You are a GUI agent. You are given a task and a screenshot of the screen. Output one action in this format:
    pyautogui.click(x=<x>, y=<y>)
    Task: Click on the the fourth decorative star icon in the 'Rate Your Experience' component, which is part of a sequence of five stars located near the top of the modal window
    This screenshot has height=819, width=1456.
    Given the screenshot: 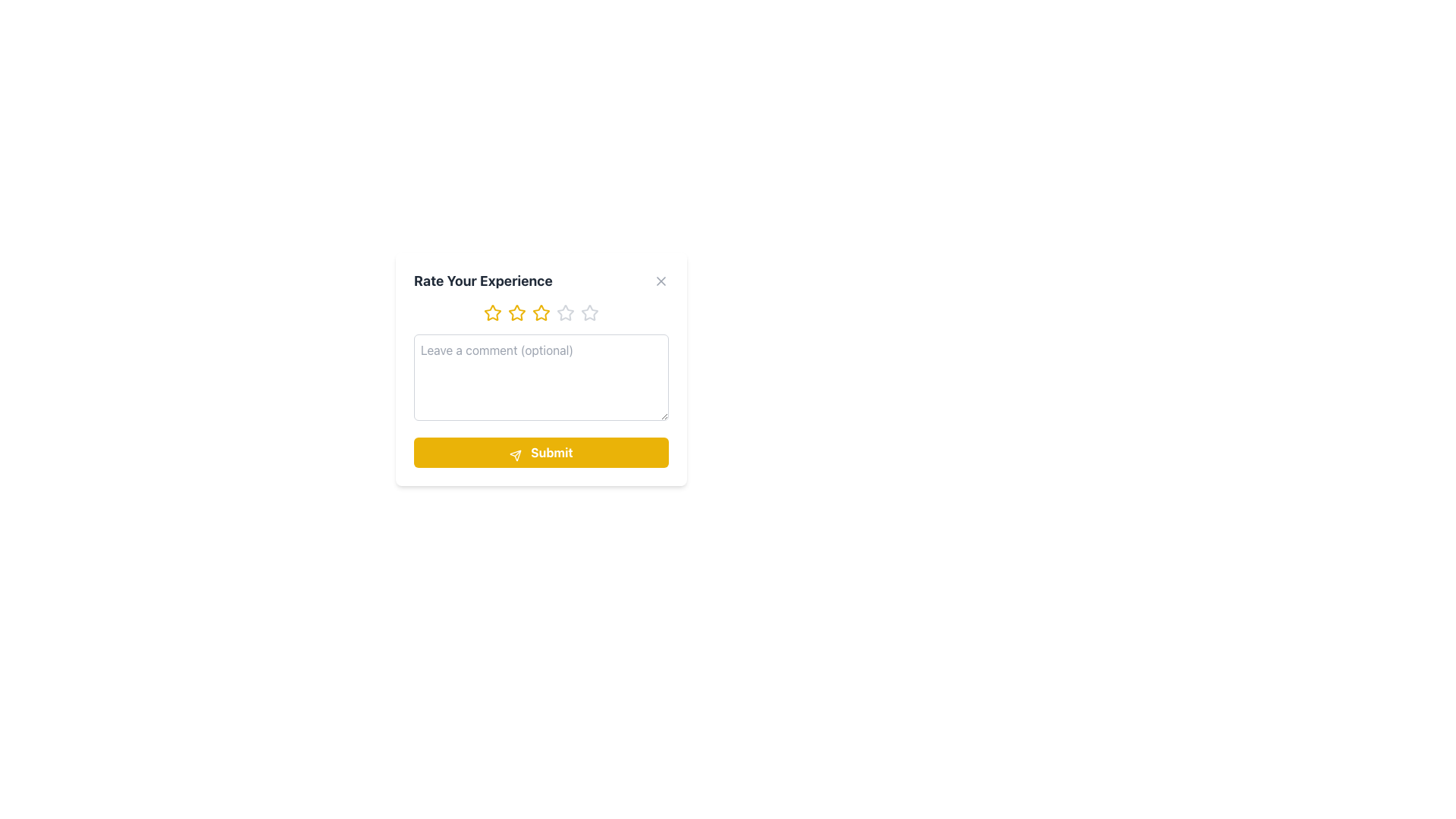 What is the action you would take?
    pyautogui.click(x=588, y=312)
    